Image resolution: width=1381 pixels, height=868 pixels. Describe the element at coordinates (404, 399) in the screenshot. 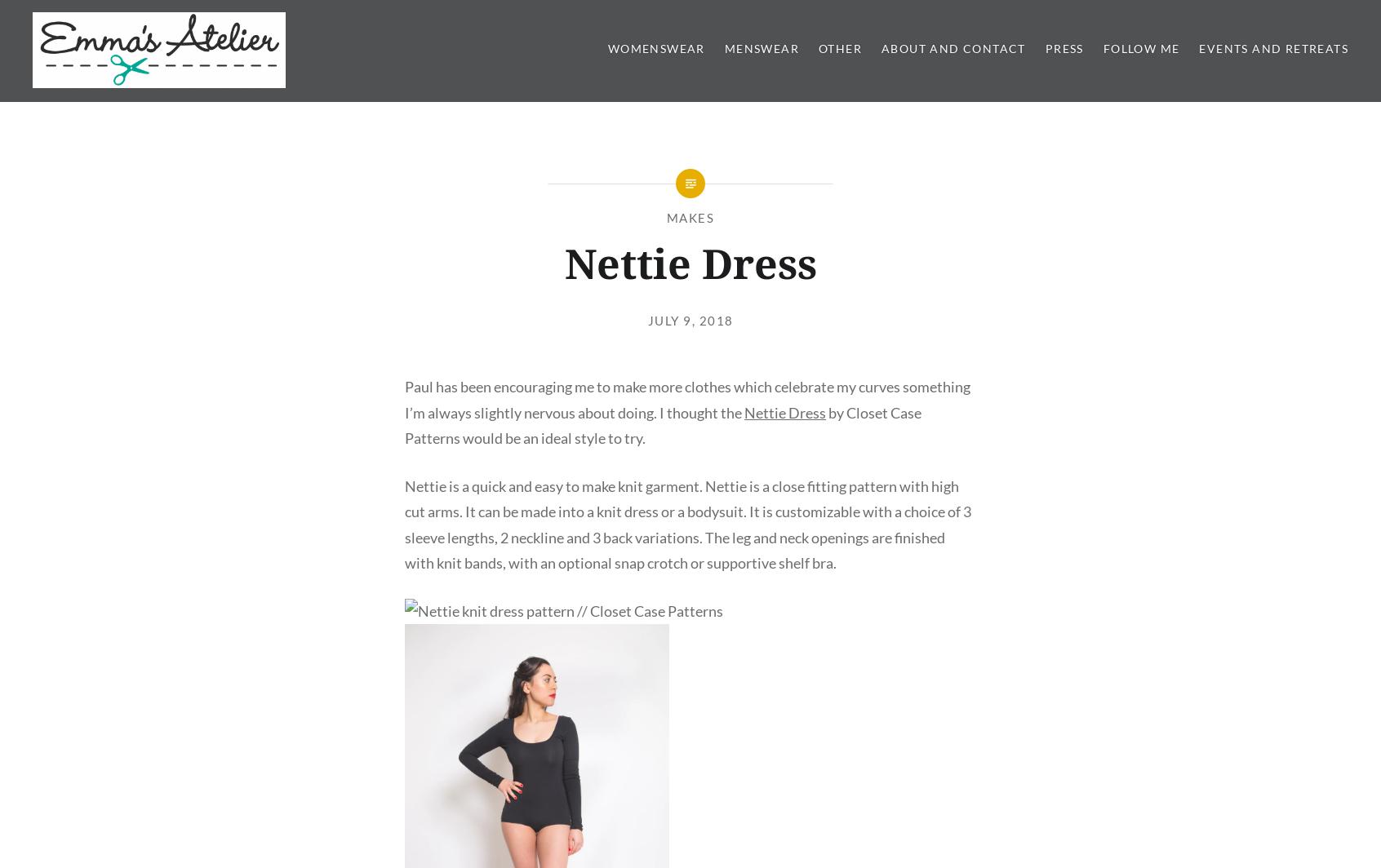

I see `'Paul has been encouraging me to make more clothes which celebrate my curves something I’m always slightly nervous about doing. I thought the'` at that location.